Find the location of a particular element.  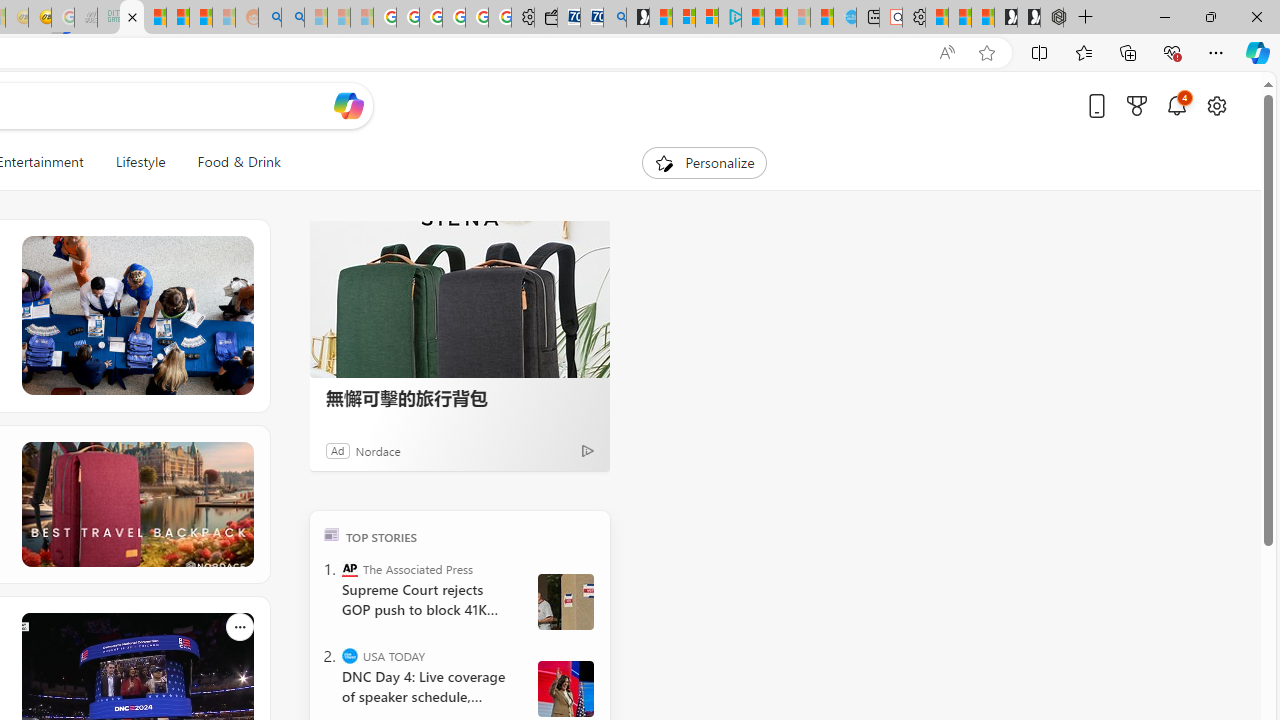

'The Associated Press' is located at coordinates (350, 568).